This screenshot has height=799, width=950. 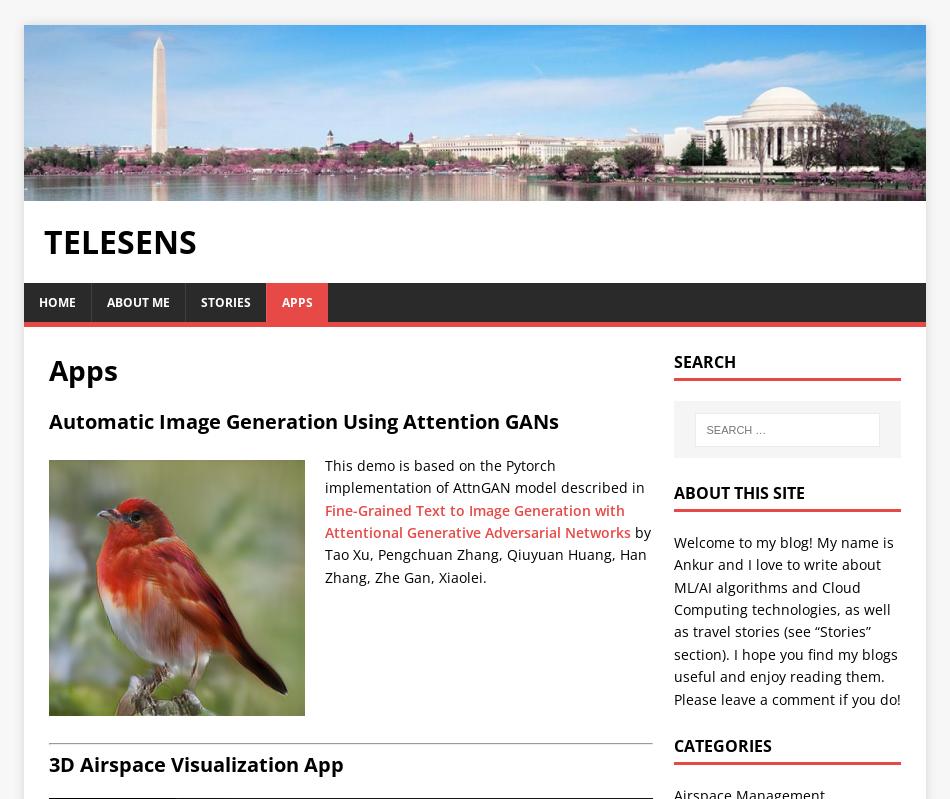 What do you see at coordinates (721, 744) in the screenshot?
I see `'Categories'` at bounding box center [721, 744].